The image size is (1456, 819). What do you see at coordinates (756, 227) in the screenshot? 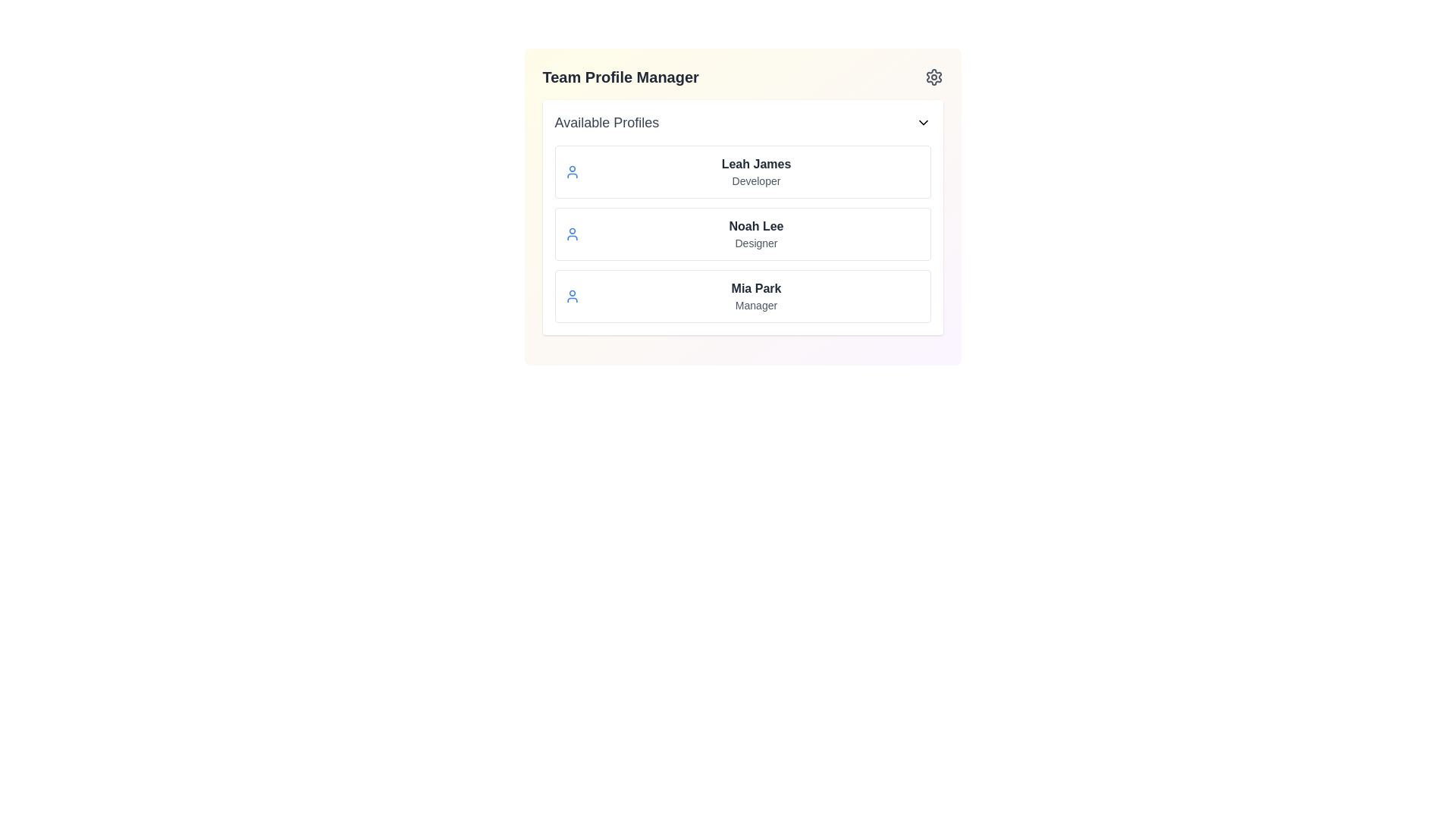
I see `the profile name label in the second profile entry, located above the 'Designer' description` at bounding box center [756, 227].